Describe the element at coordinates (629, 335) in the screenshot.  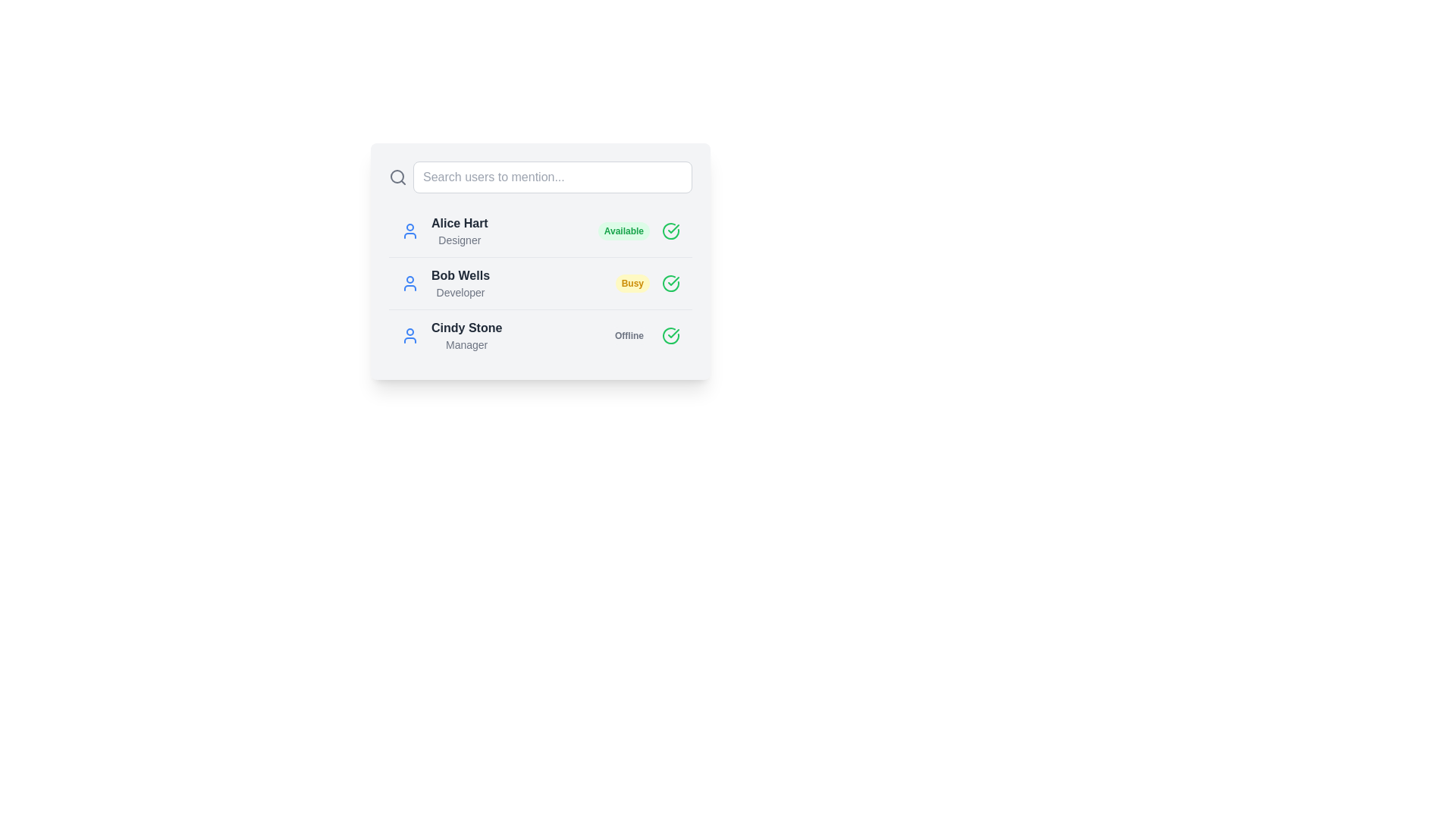
I see `the rounded rectangular status indicator badge with light gray background and 'Offline' text, located next to Cindy Stone's name in the list` at that location.